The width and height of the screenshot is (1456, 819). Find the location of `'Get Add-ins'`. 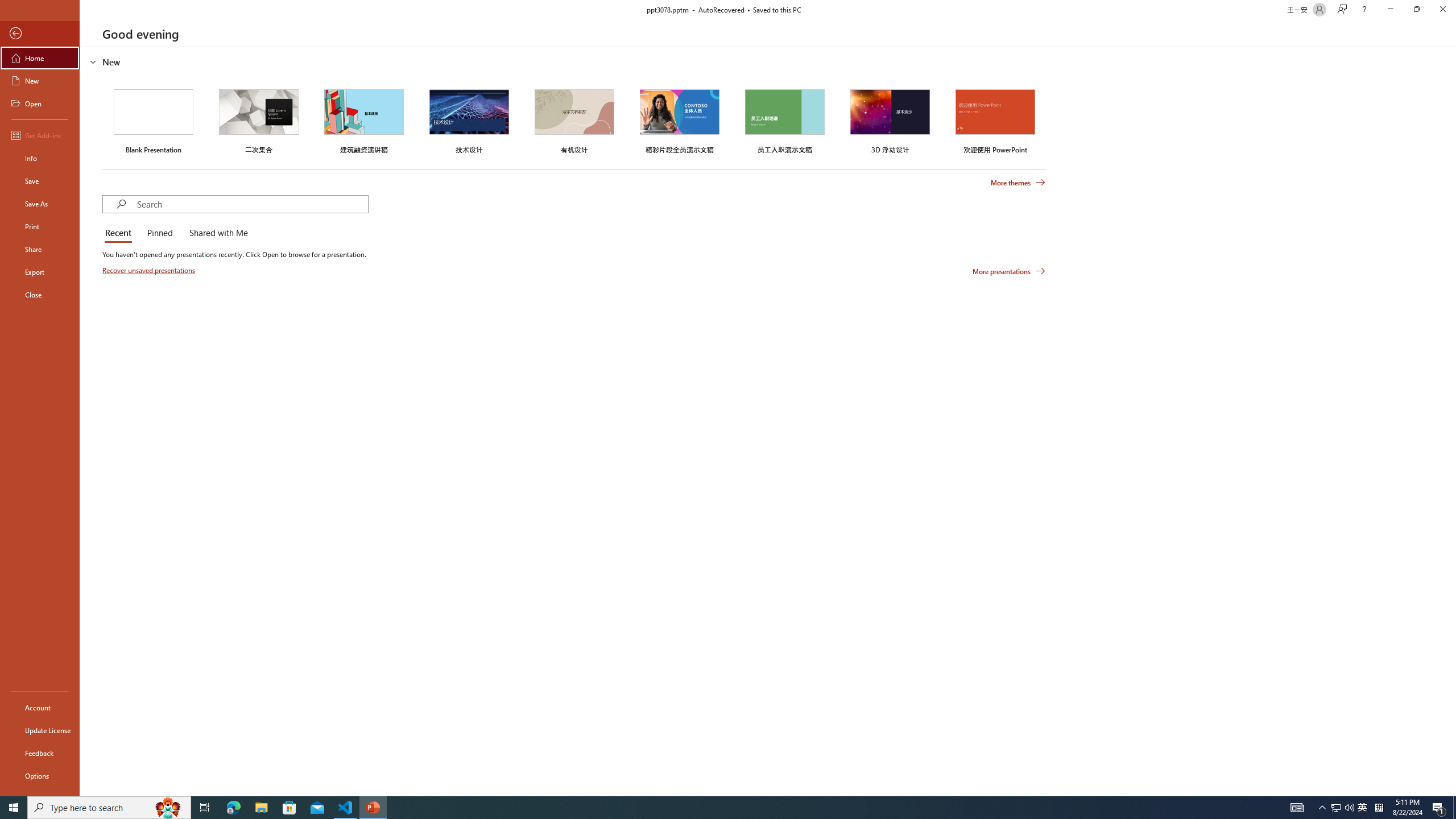

'Get Add-ins' is located at coordinates (39, 135).